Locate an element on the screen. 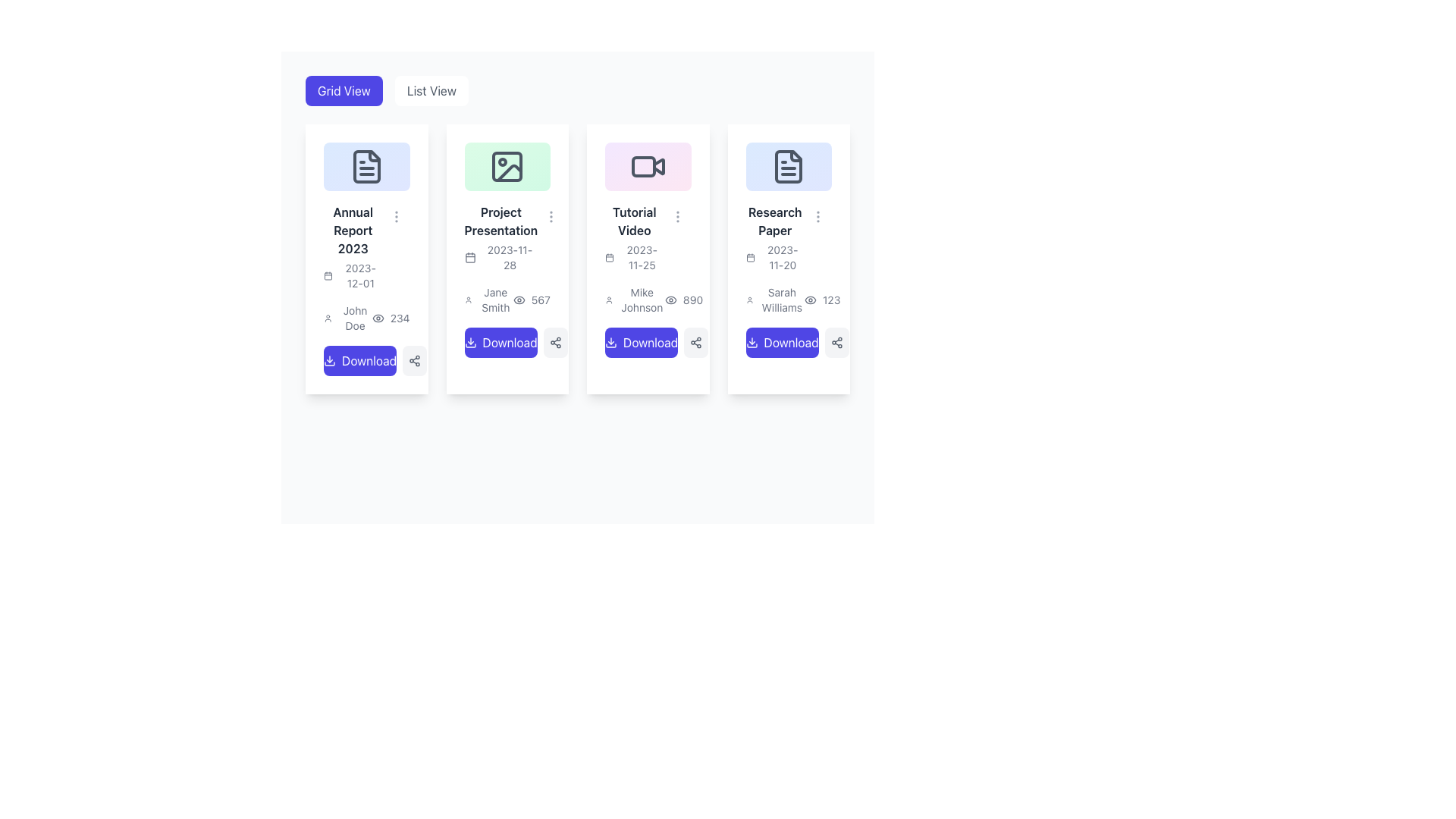 The width and height of the screenshot is (1456, 819). the icon button with three interconnected circles located at the bottom-right corner of the 'Tutorial Video' card to share associated content is located at coordinates (695, 342).